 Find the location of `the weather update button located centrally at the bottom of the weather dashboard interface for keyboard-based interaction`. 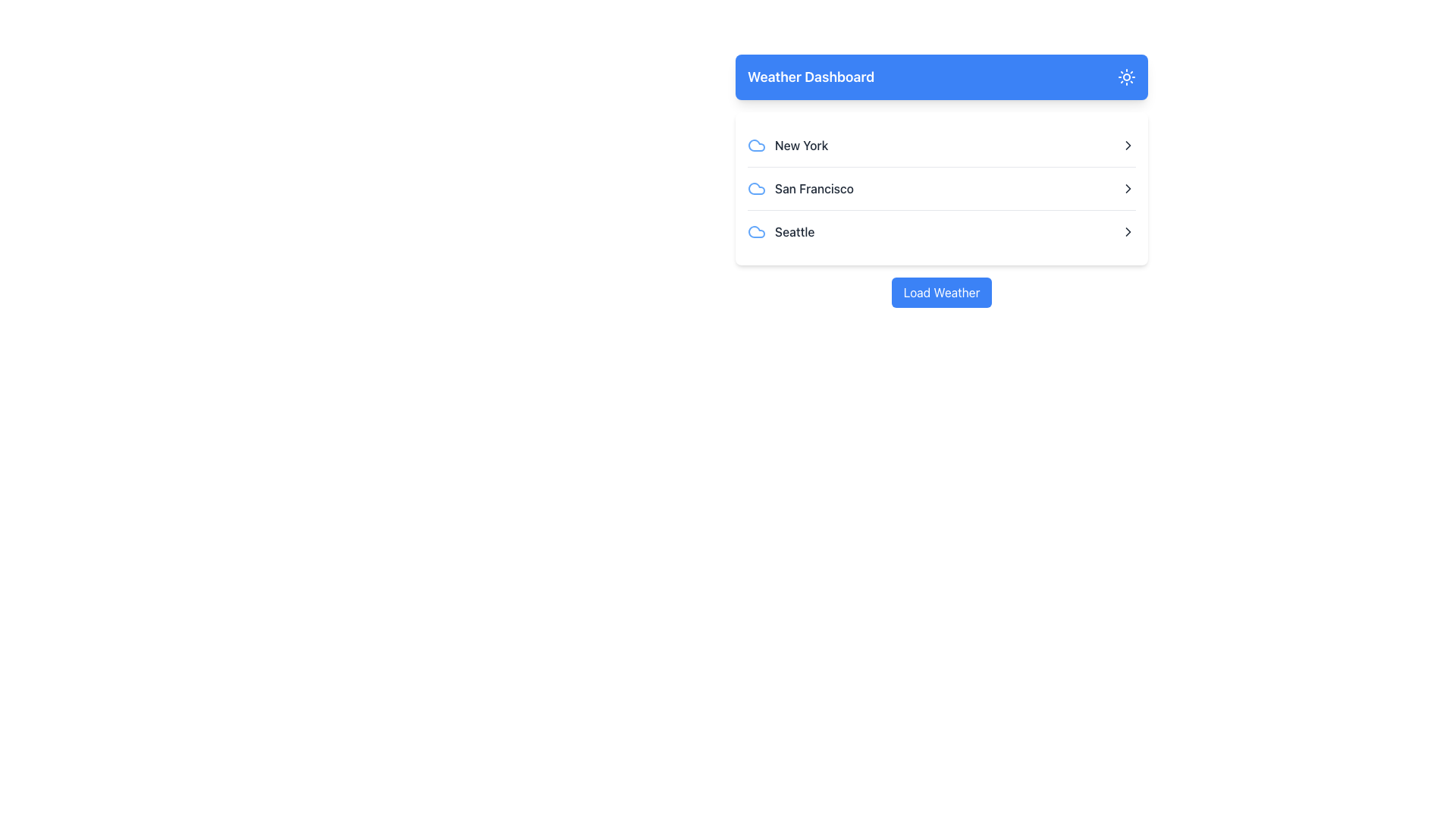

the weather update button located centrally at the bottom of the weather dashboard interface for keyboard-based interaction is located at coordinates (941, 292).